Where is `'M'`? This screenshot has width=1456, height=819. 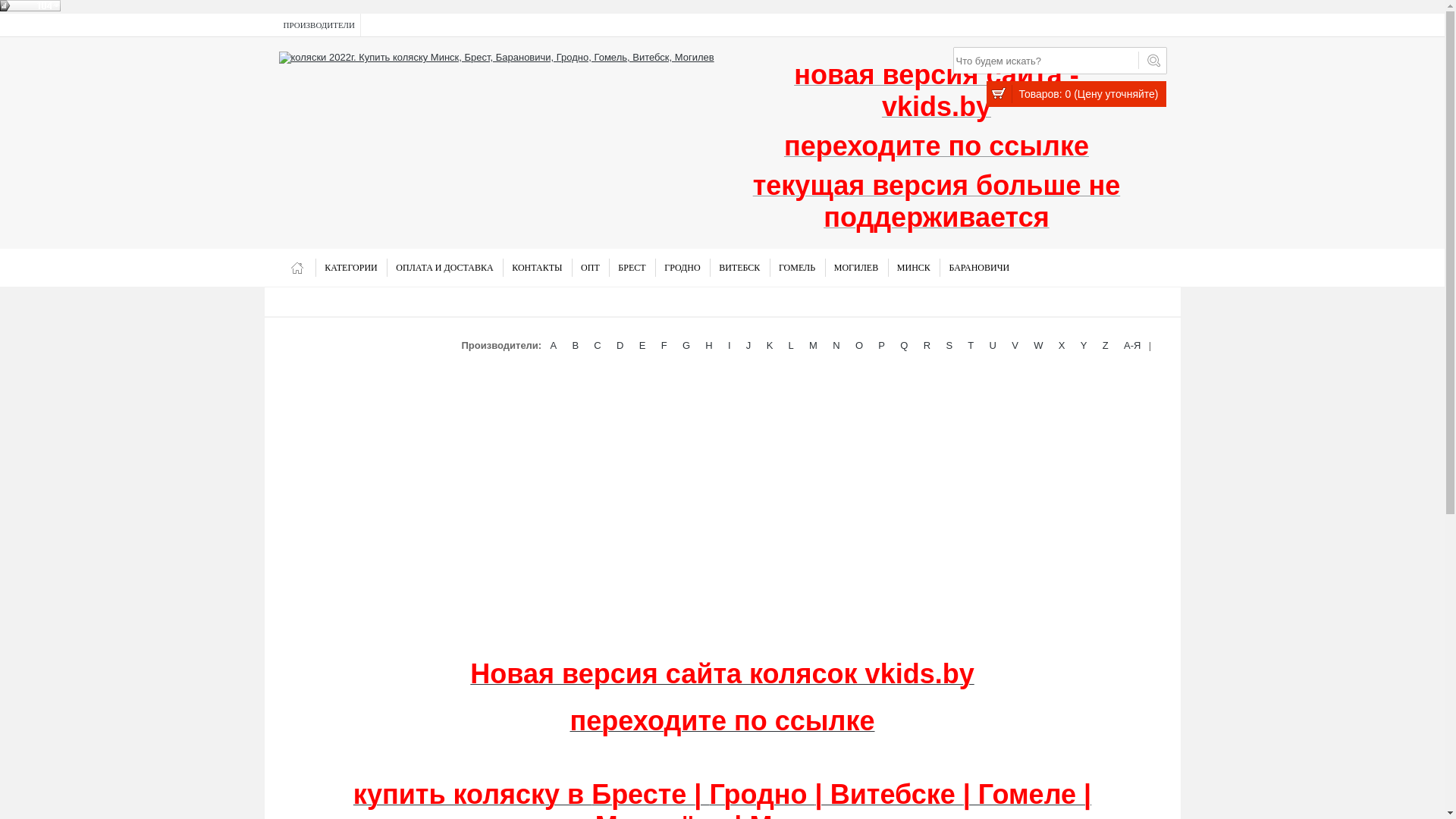 'M' is located at coordinates (804, 345).